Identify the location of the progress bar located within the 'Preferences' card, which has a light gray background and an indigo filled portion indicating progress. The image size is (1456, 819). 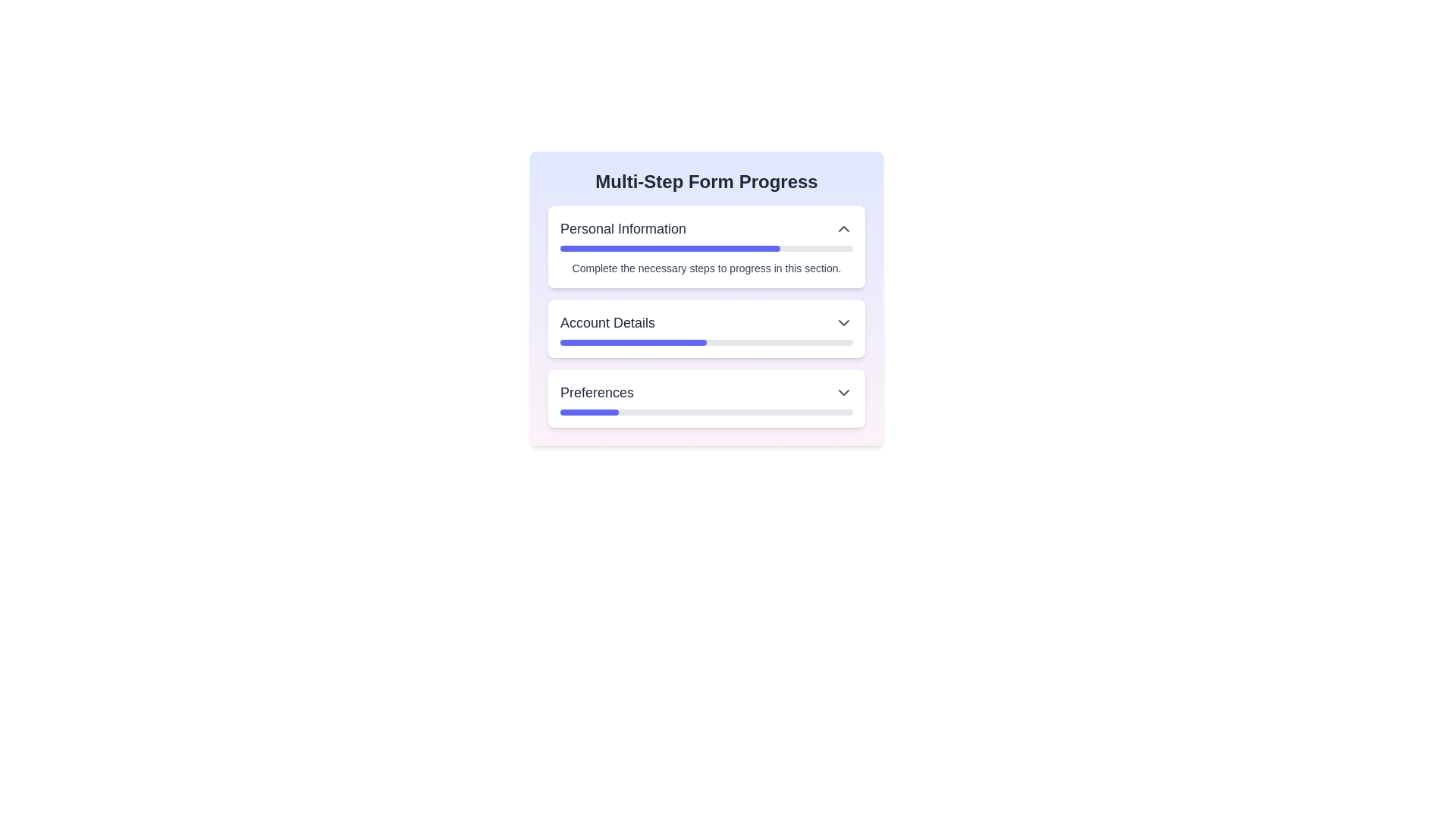
(705, 412).